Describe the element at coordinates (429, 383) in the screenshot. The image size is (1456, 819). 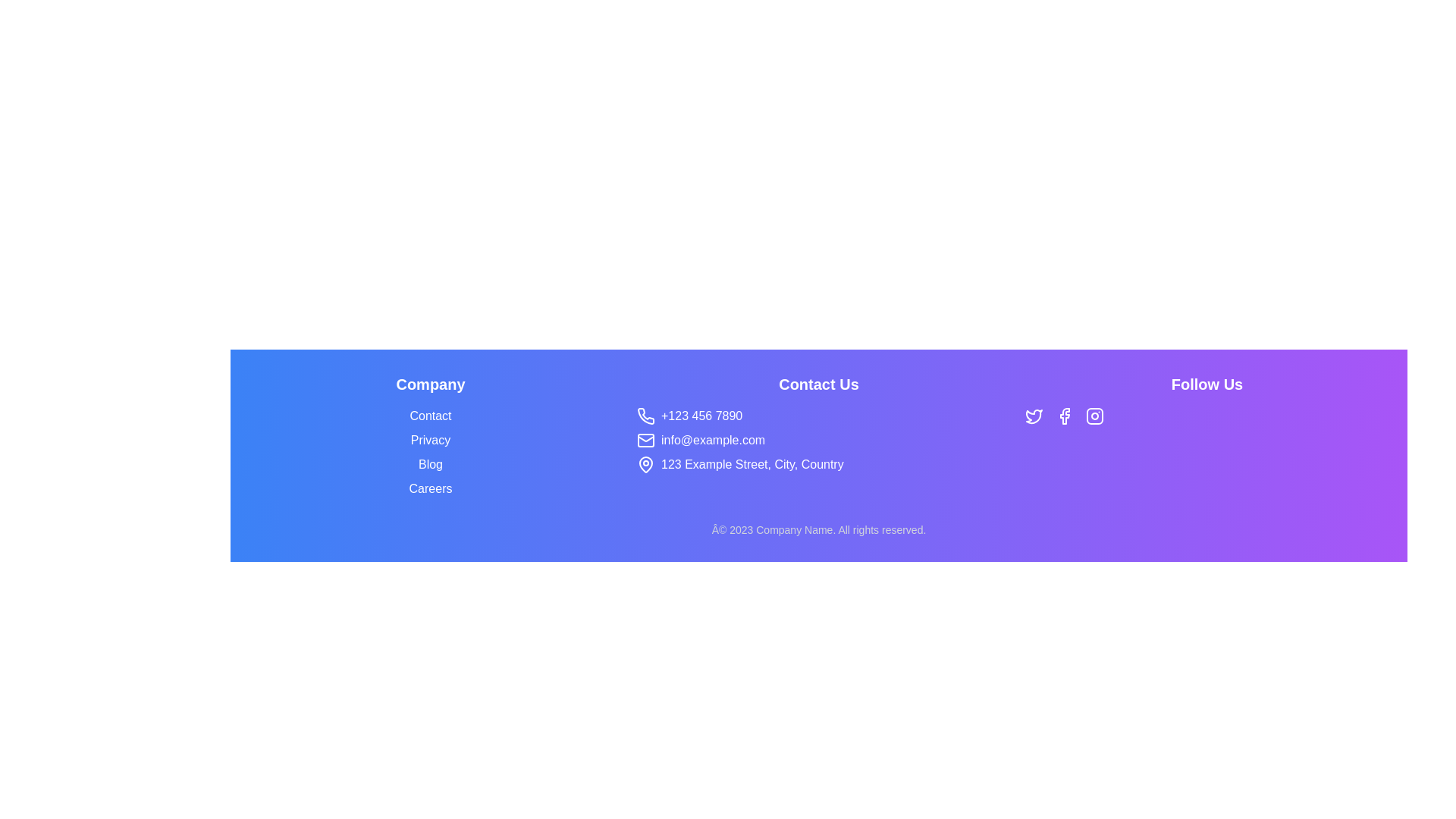
I see `the text header displaying 'Company' in bold font located in the leftmost column of the footer layout` at that location.